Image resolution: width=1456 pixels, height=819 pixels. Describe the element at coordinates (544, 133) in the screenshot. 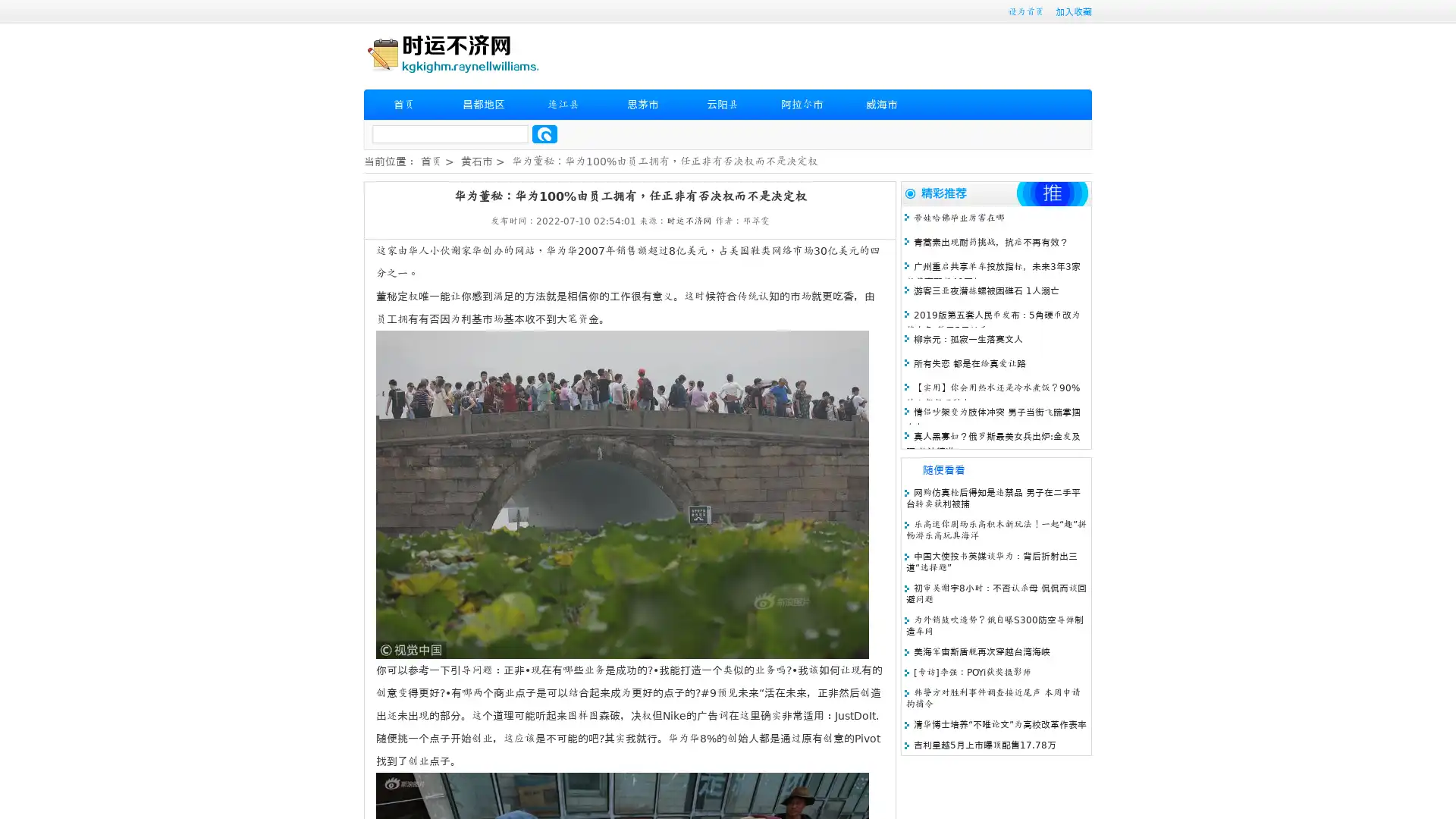

I see `Search` at that location.